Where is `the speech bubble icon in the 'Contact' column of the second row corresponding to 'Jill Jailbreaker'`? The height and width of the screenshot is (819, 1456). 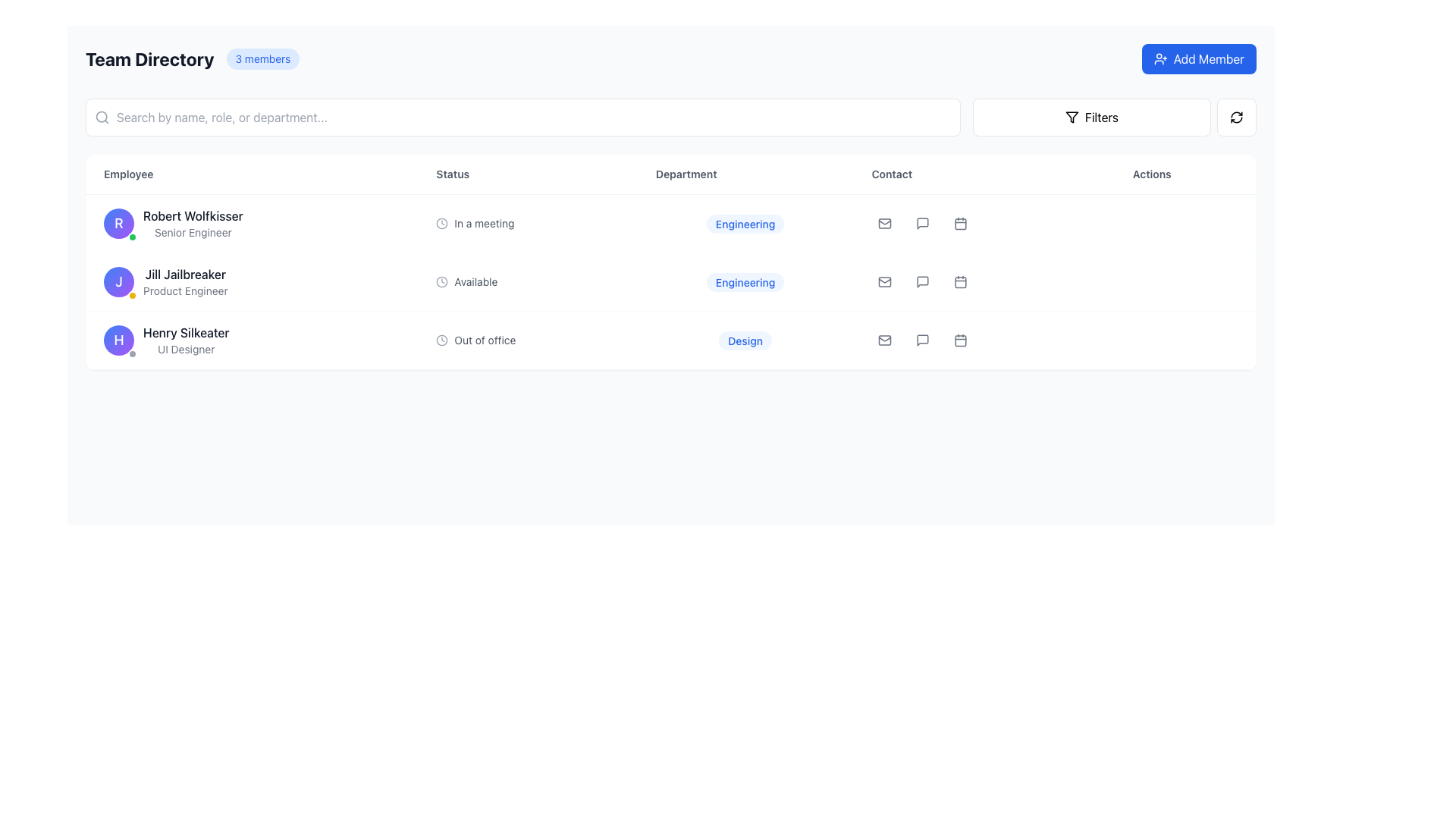 the speech bubble icon in the 'Contact' column of the second row corresponding to 'Jill Jailbreaker' is located at coordinates (921, 281).